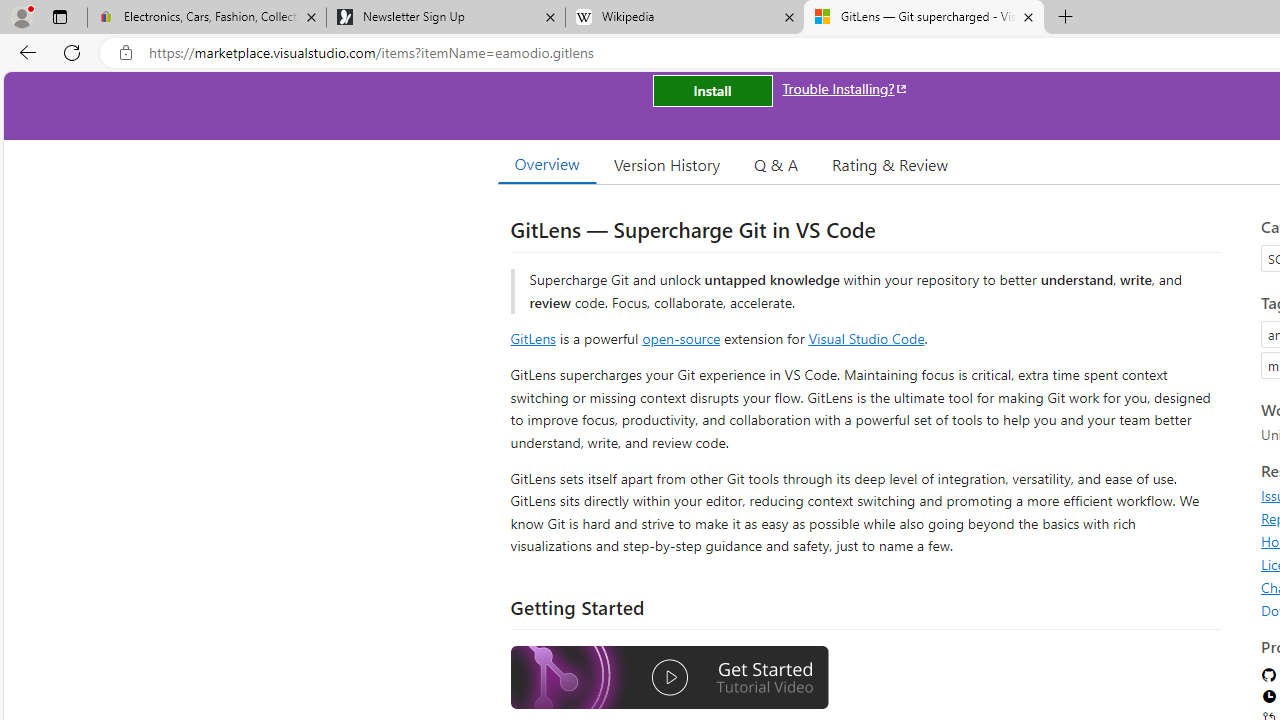 The height and width of the screenshot is (720, 1280). Describe the element at coordinates (681, 337) in the screenshot. I see `'open-source'` at that location.